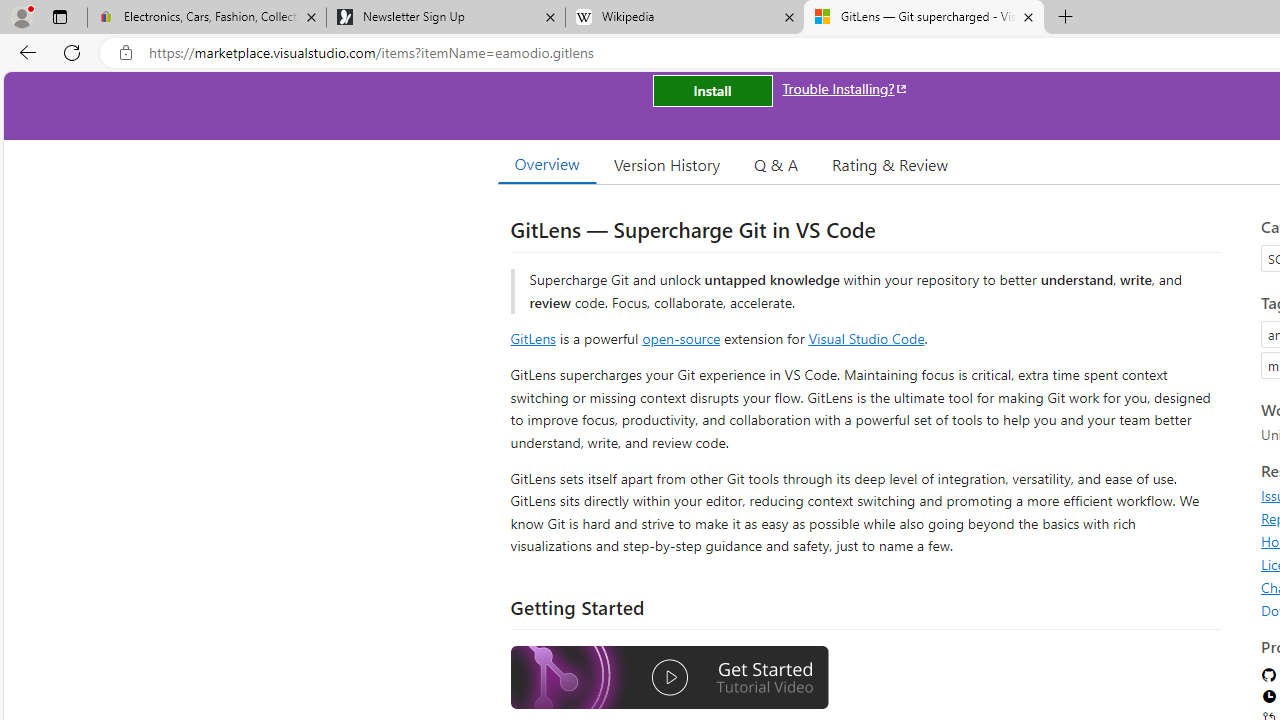 The height and width of the screenshot is (720, 1280). Describe the element at coordinates (681, 337) in the screenshot. I see `'open-source'` at that location.